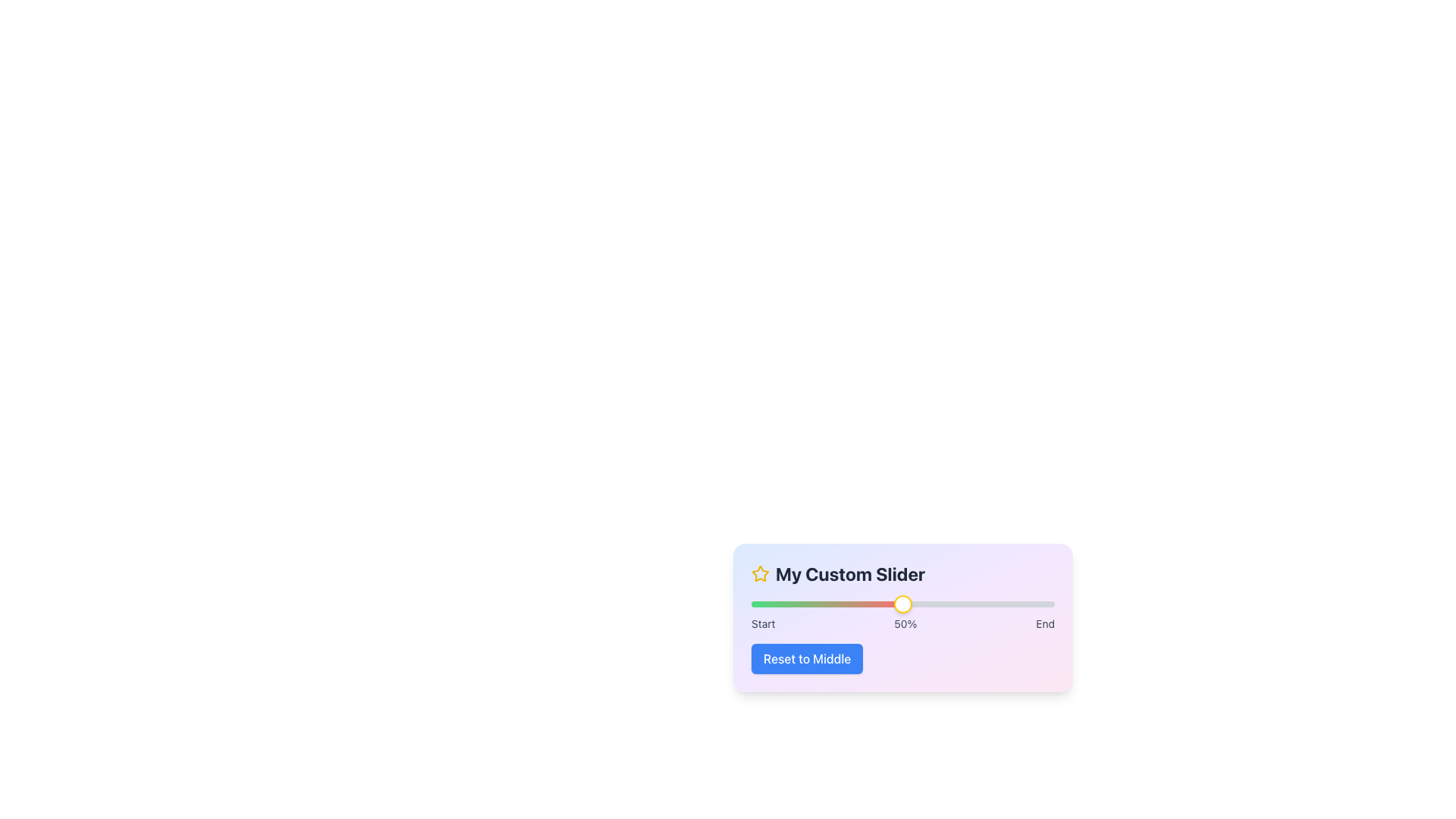 This screenshot has width=1456, height=819. I want to click on the slider, so click(894, 604).